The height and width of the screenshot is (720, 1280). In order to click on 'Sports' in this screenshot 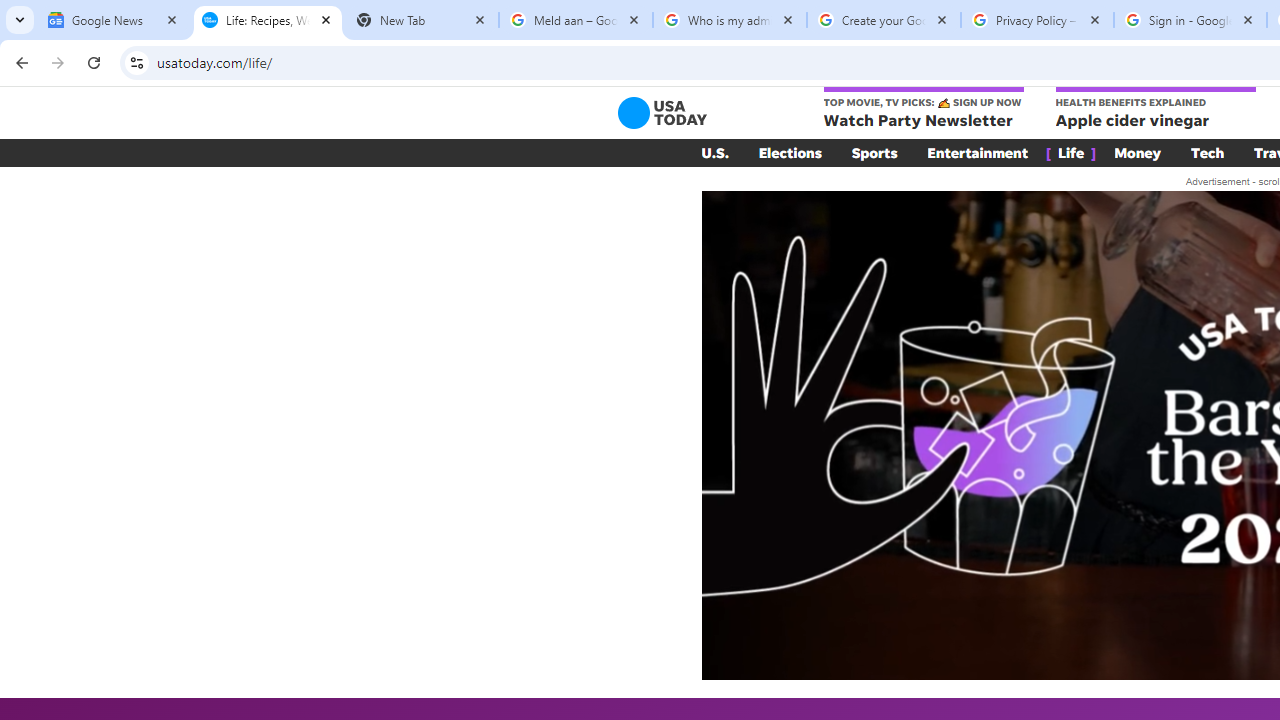, I will do `click(874, 152)`.